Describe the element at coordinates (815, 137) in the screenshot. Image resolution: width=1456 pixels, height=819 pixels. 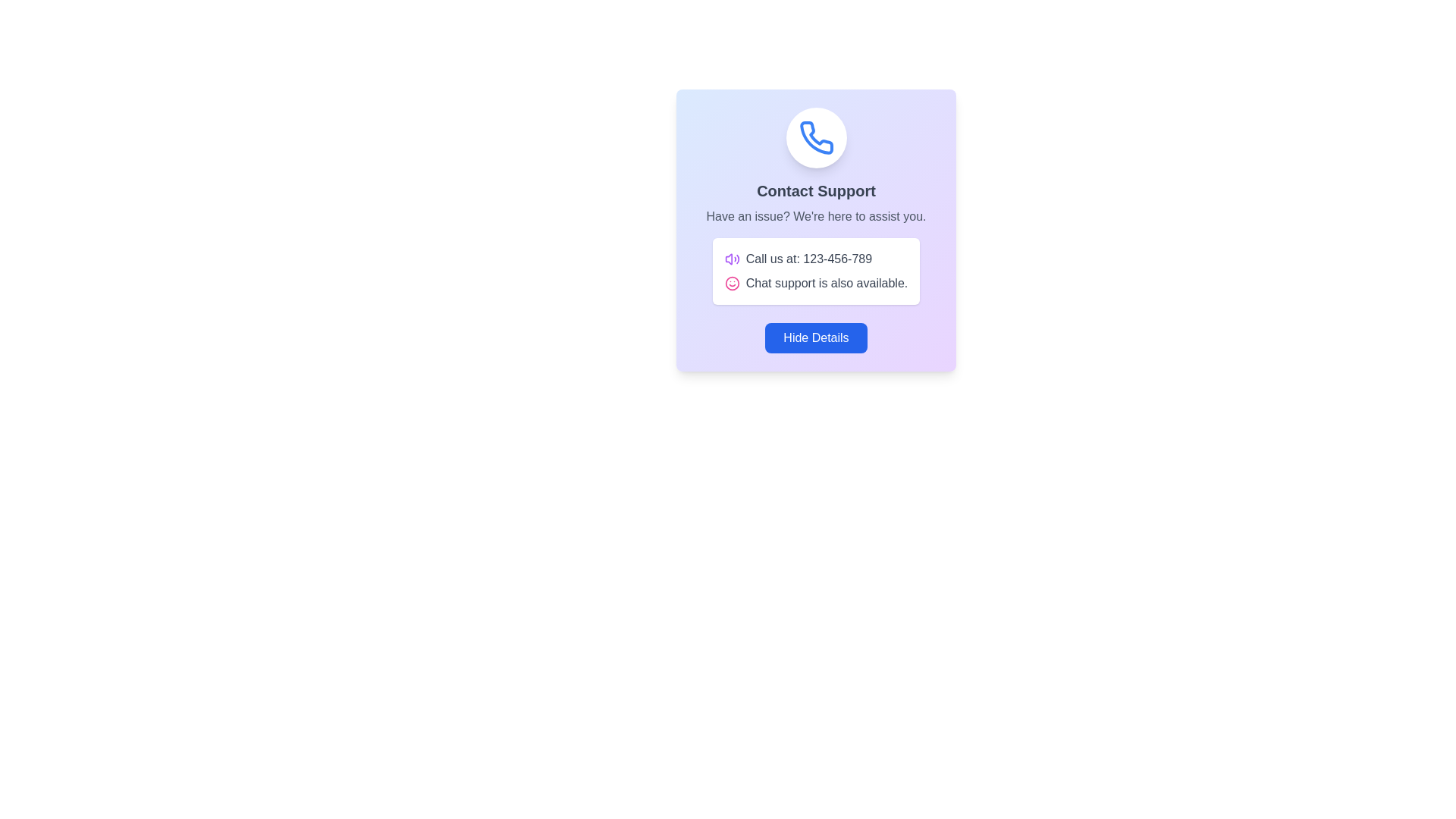
I see `the white circular button with a blue phone icon located above the 'Contact Support' title in the card-like dialog box` at that location.